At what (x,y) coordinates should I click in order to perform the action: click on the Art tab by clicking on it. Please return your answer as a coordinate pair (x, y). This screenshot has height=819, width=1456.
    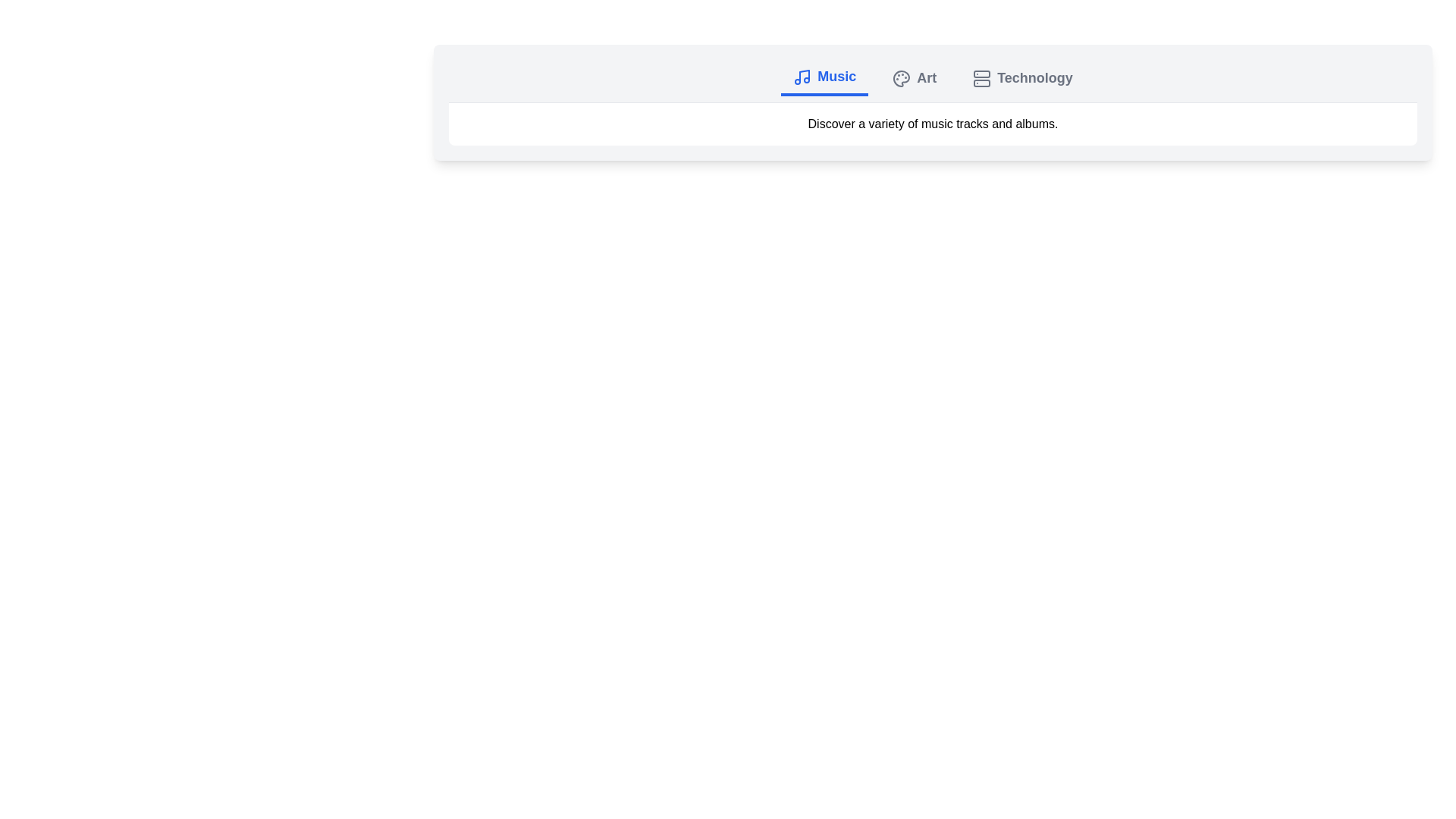
    Looking at the image, I should click on (914, 78).